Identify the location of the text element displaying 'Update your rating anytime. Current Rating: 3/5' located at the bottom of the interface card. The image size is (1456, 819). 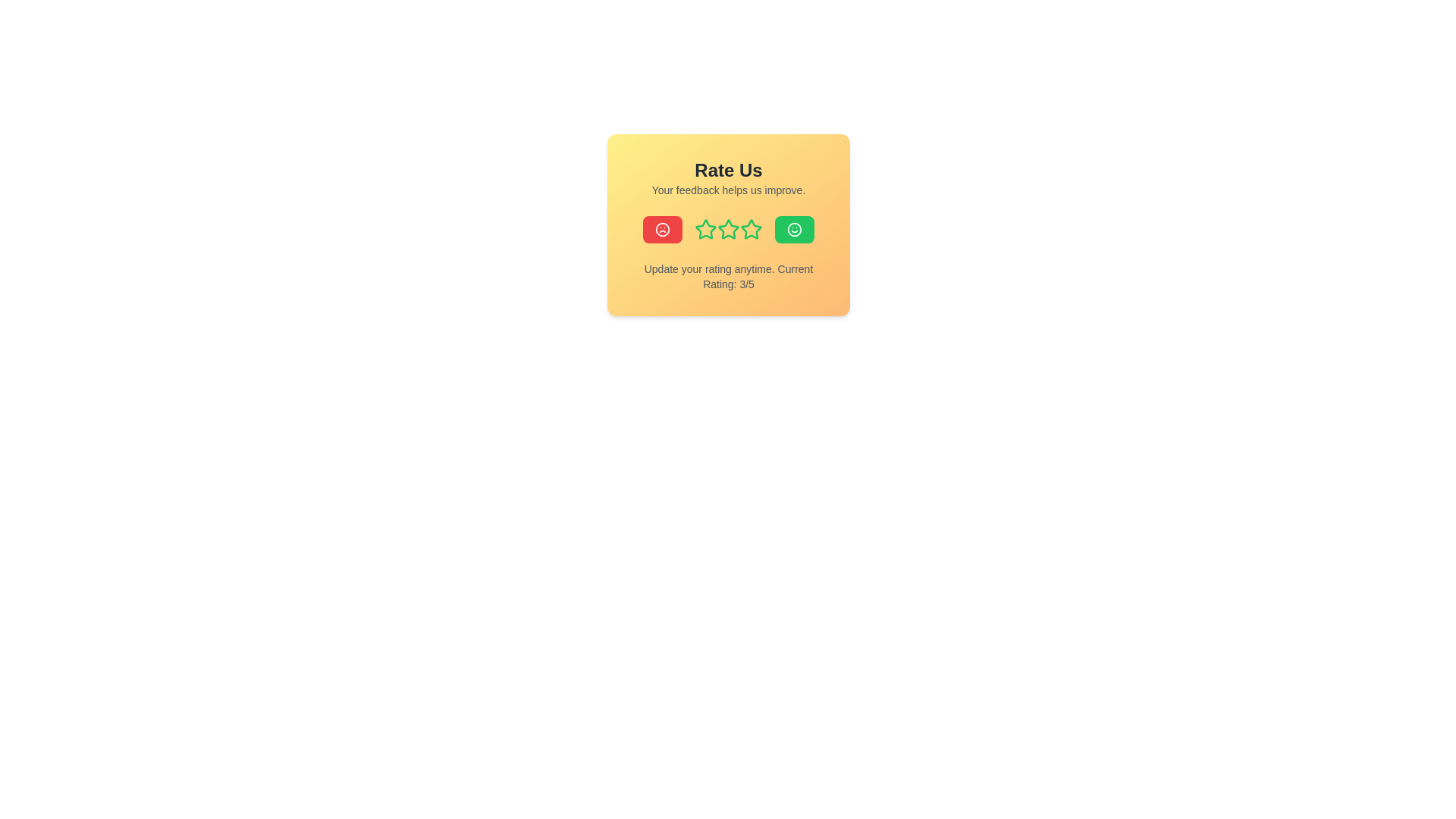
(728, 277).